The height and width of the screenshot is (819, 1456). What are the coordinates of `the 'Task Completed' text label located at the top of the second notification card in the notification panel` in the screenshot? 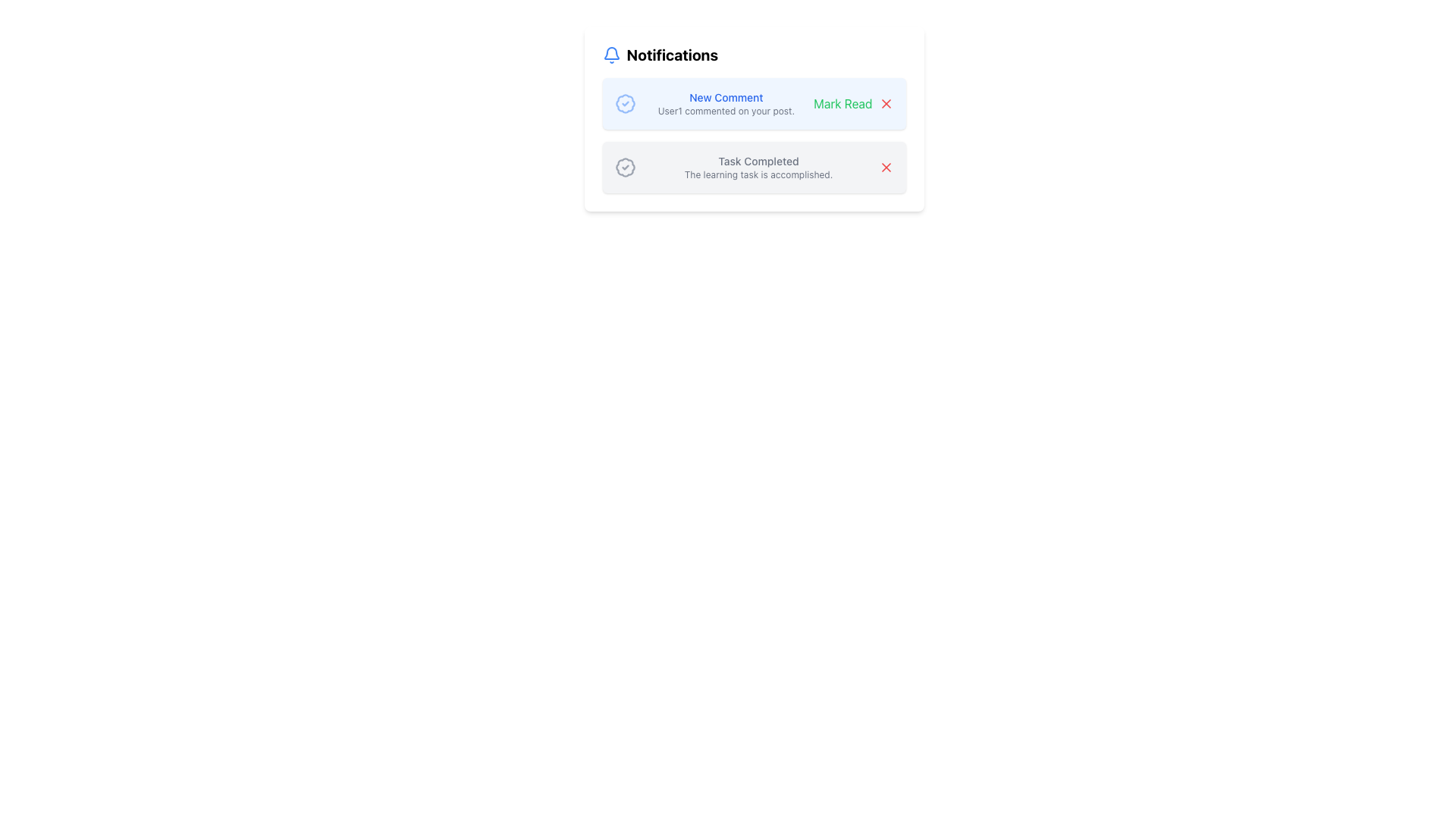 It's located at (758, 161).